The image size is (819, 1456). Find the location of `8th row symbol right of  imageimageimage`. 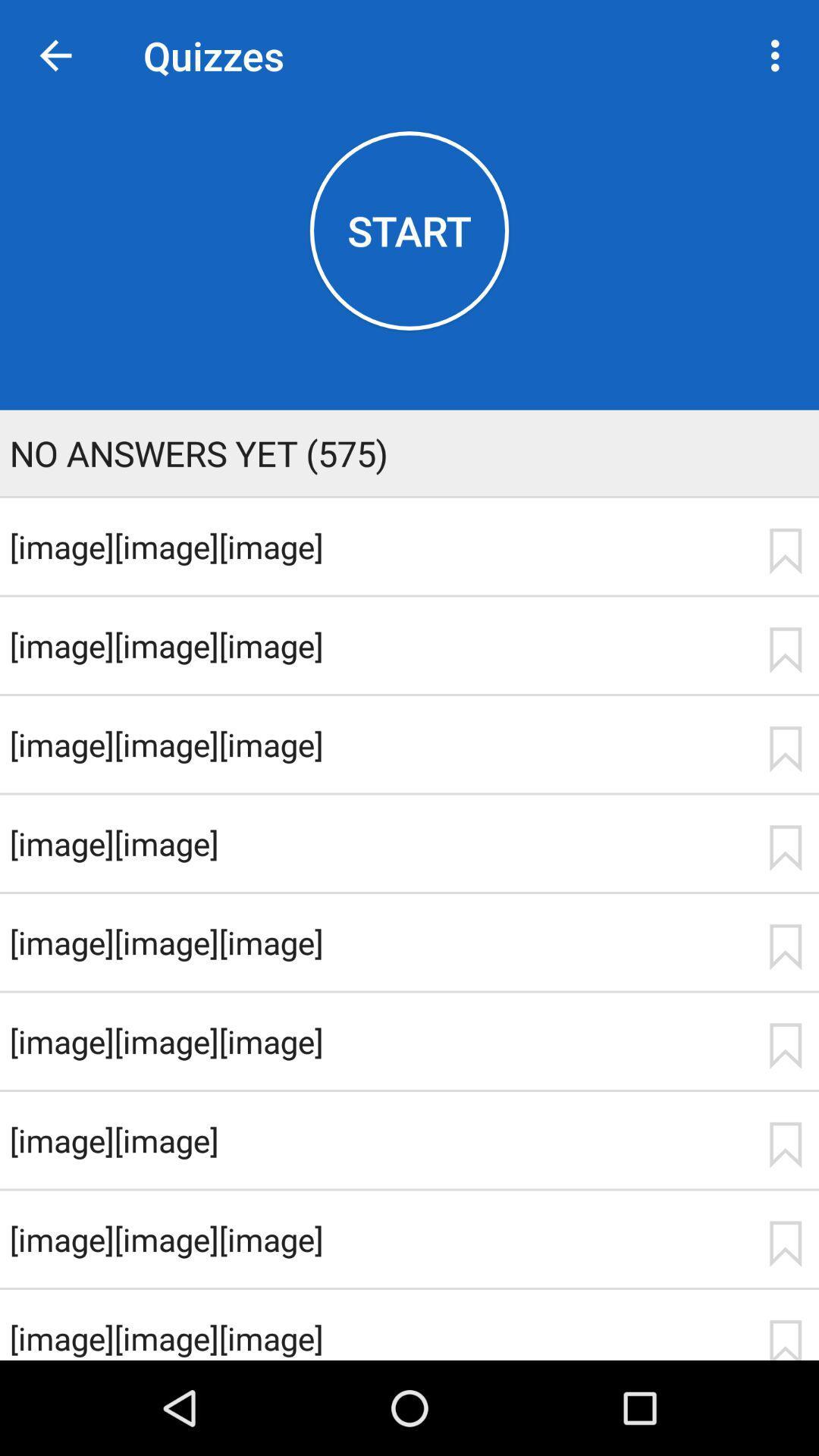

8th row symbol right of  imageimageimage is located at coordinates (785, 1244).